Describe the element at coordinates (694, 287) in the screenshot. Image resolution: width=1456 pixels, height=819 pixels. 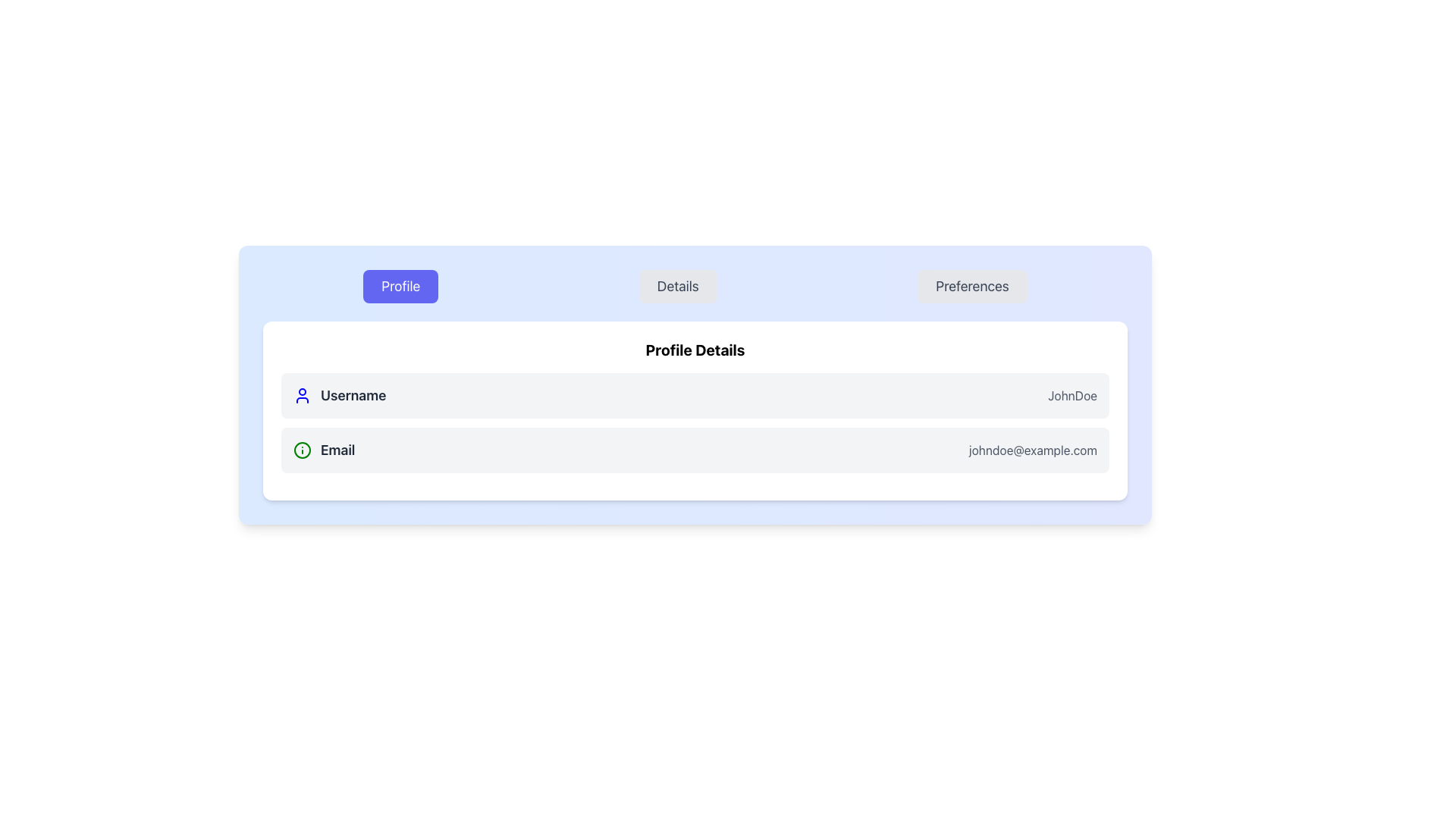
I see `the second tab in the navigation bar` at that location.